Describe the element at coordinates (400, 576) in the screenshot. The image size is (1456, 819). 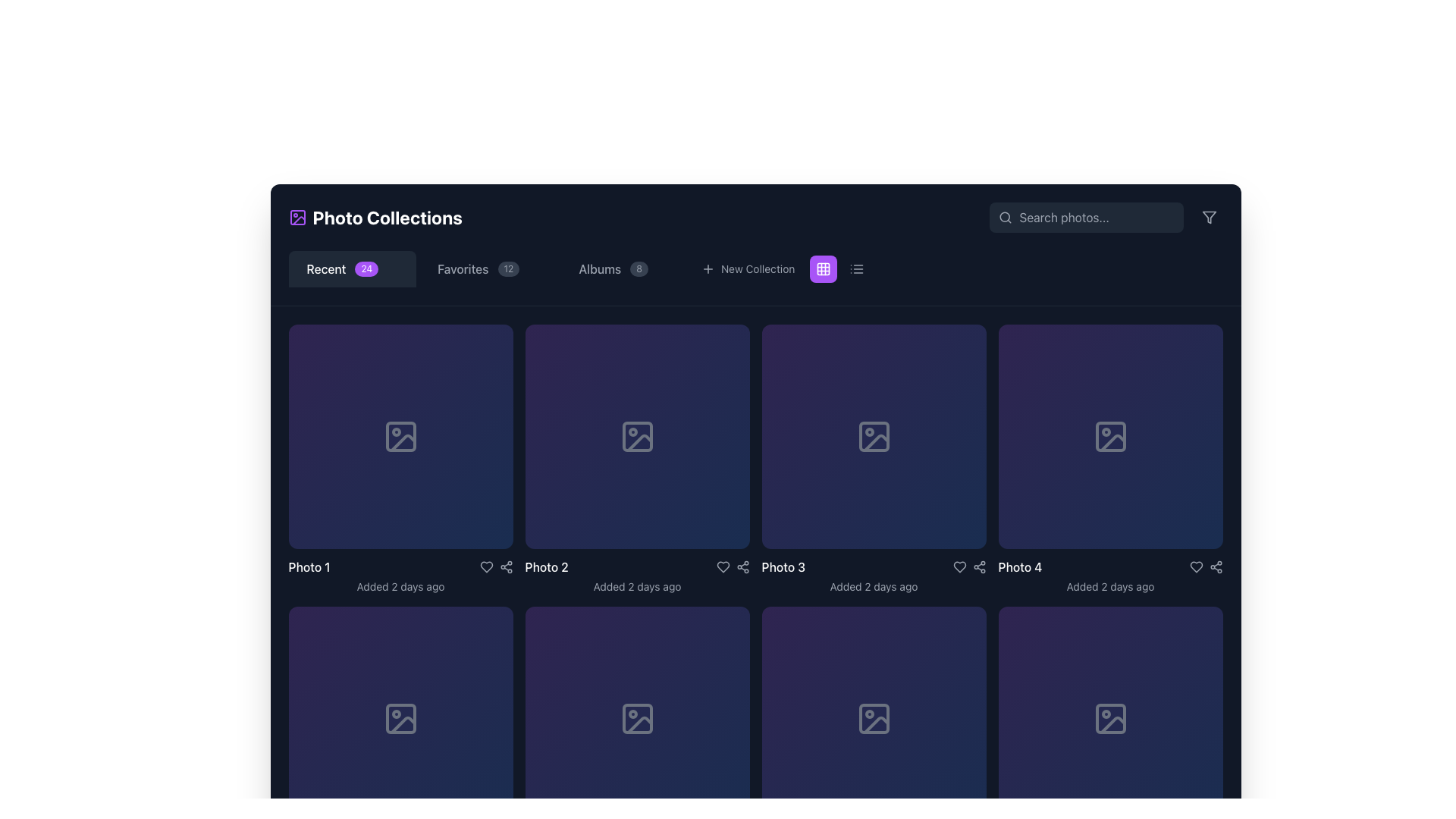
I see `the text display component that shows metadata for 'Photo 1' in the first card of the horizontal grid layout` at that location.